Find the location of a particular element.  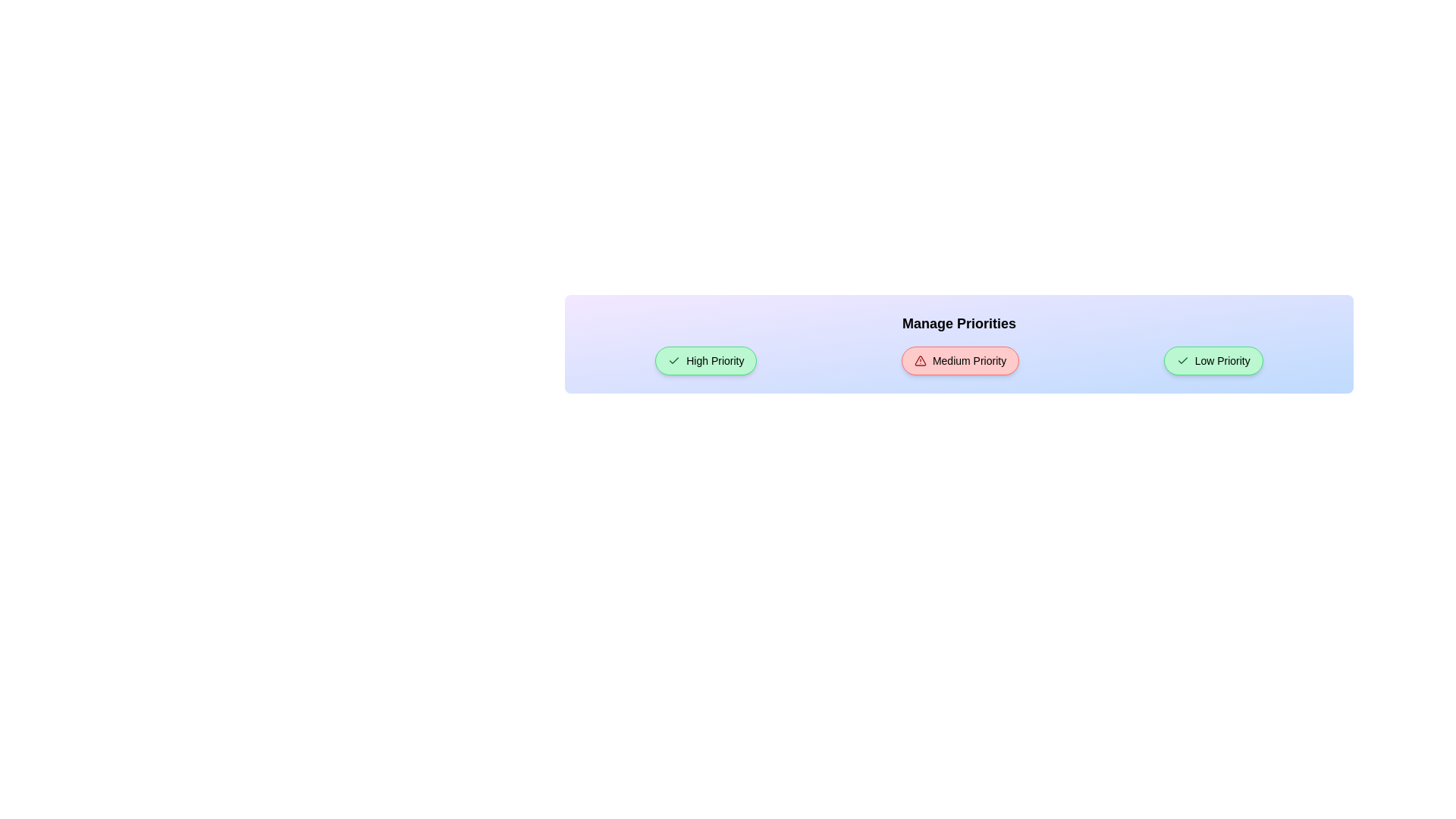

the button corresponding to High Priority to toggle its state and observe the transition effect is located at coordinates (705, 360).